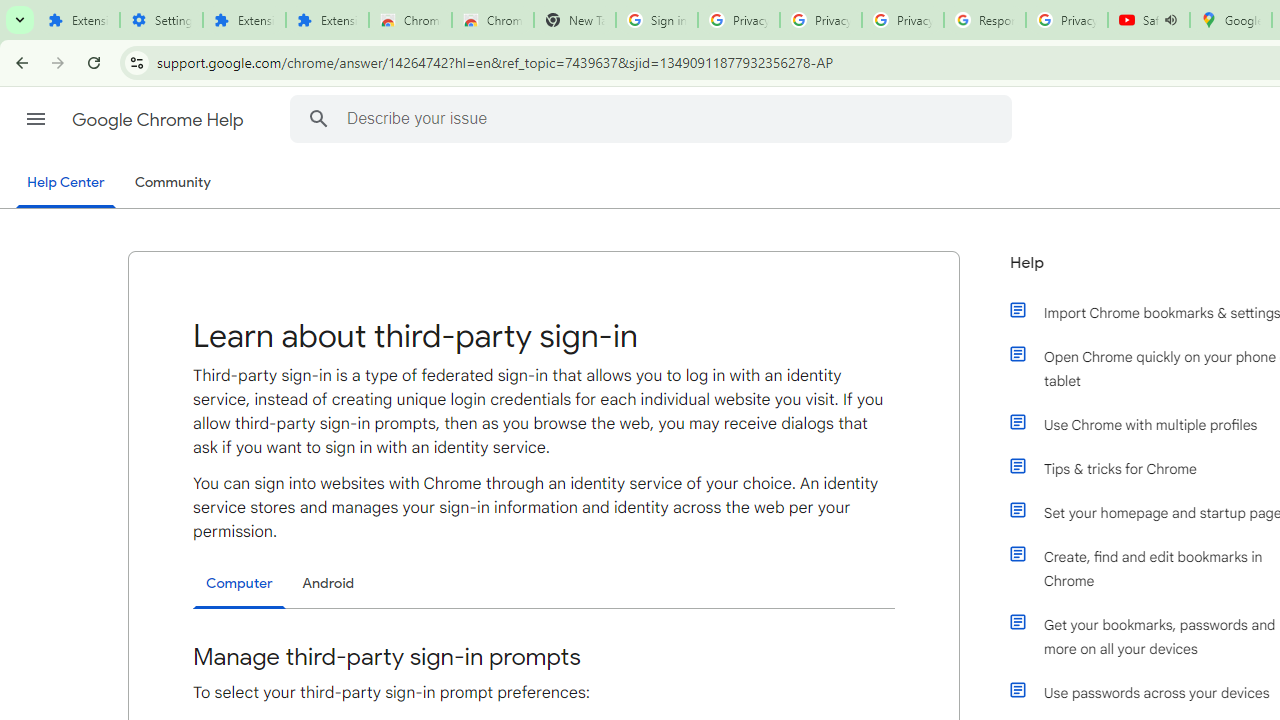  What do you see at coordinates (654, 118) in the screenshot?
I see `'Describe your issue'` at bounding box center [654, 118].